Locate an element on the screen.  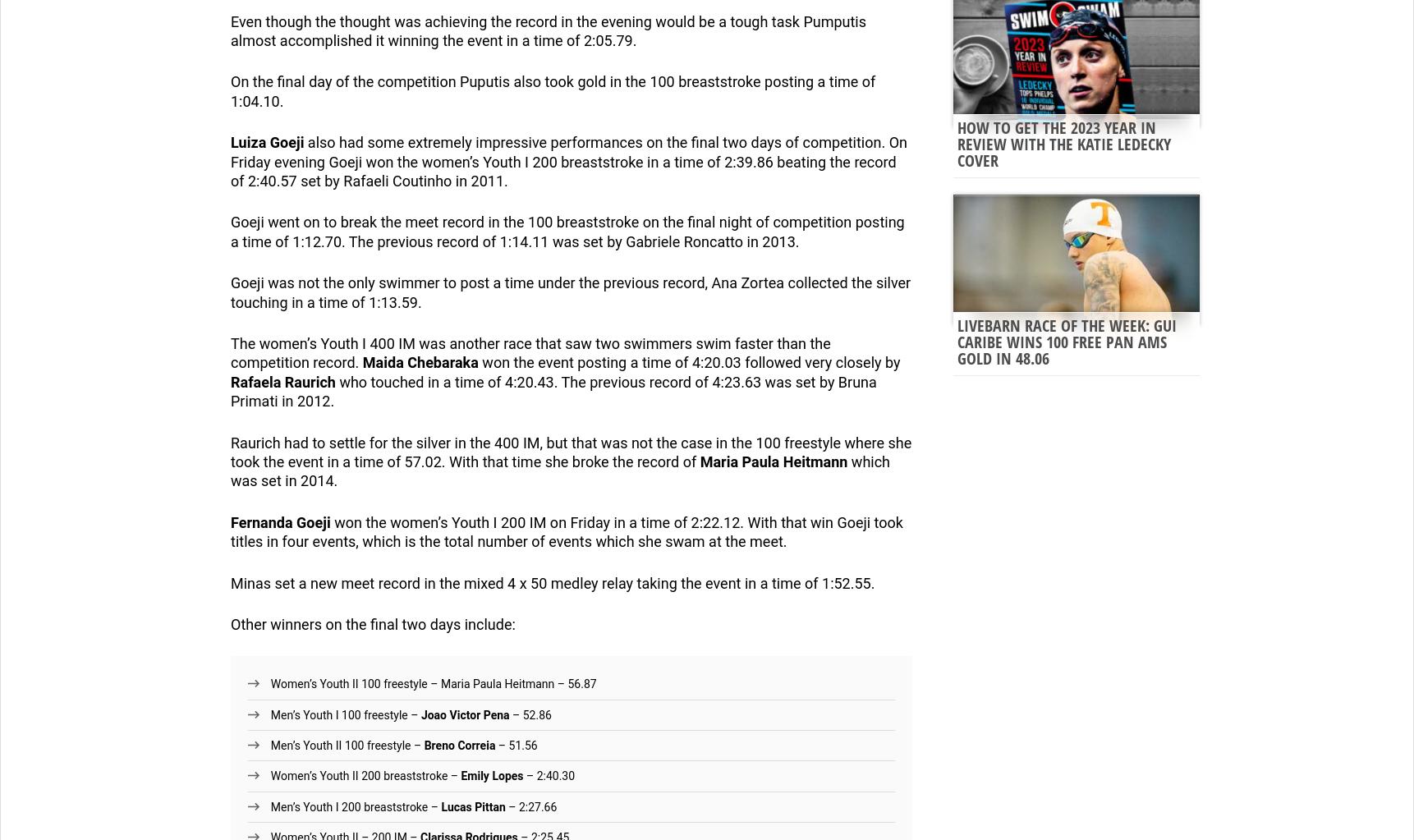
'– 52.86' is located at coordinates (508, 714).